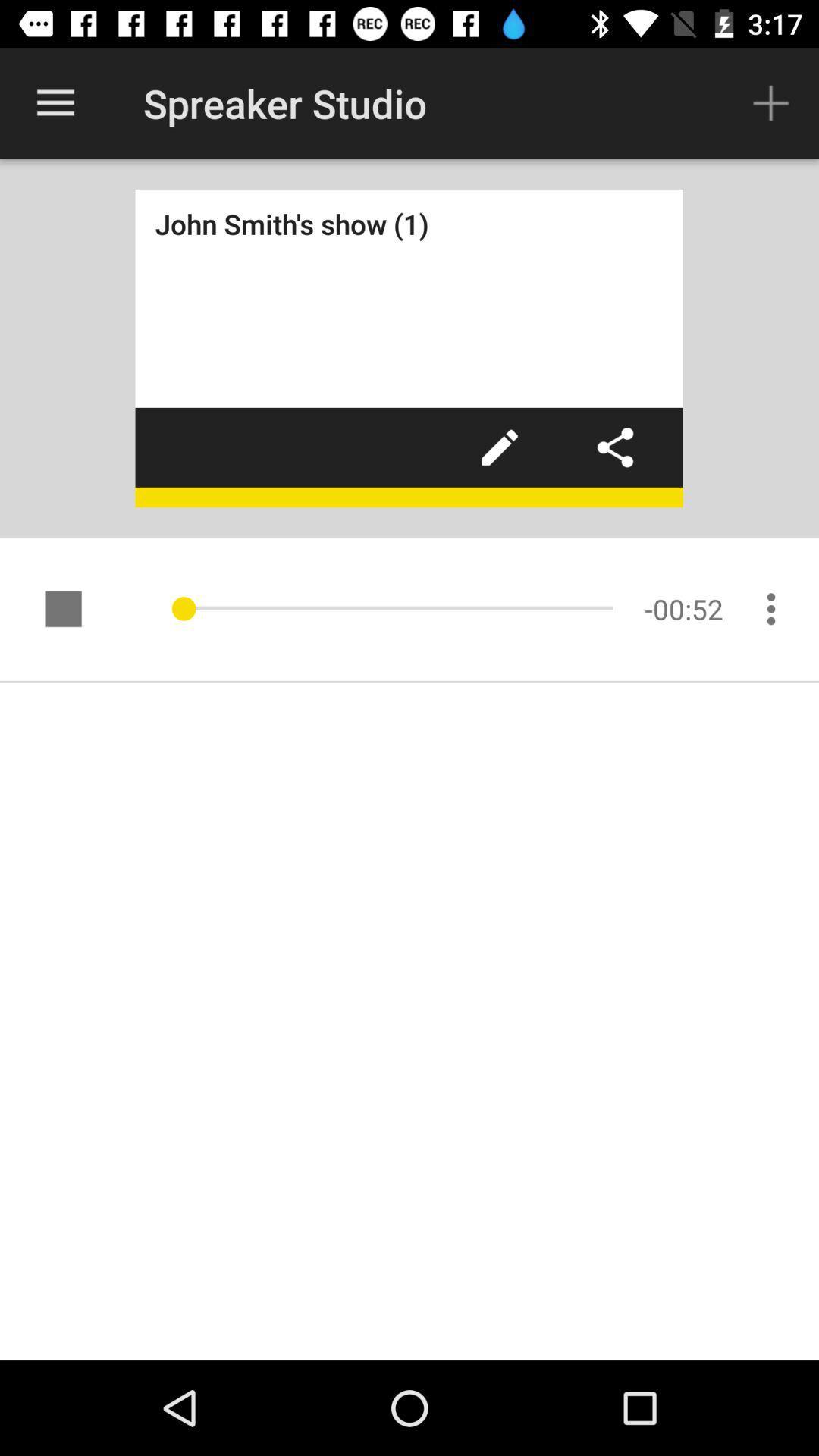  I want to click on the share icon, so click(615, 447).